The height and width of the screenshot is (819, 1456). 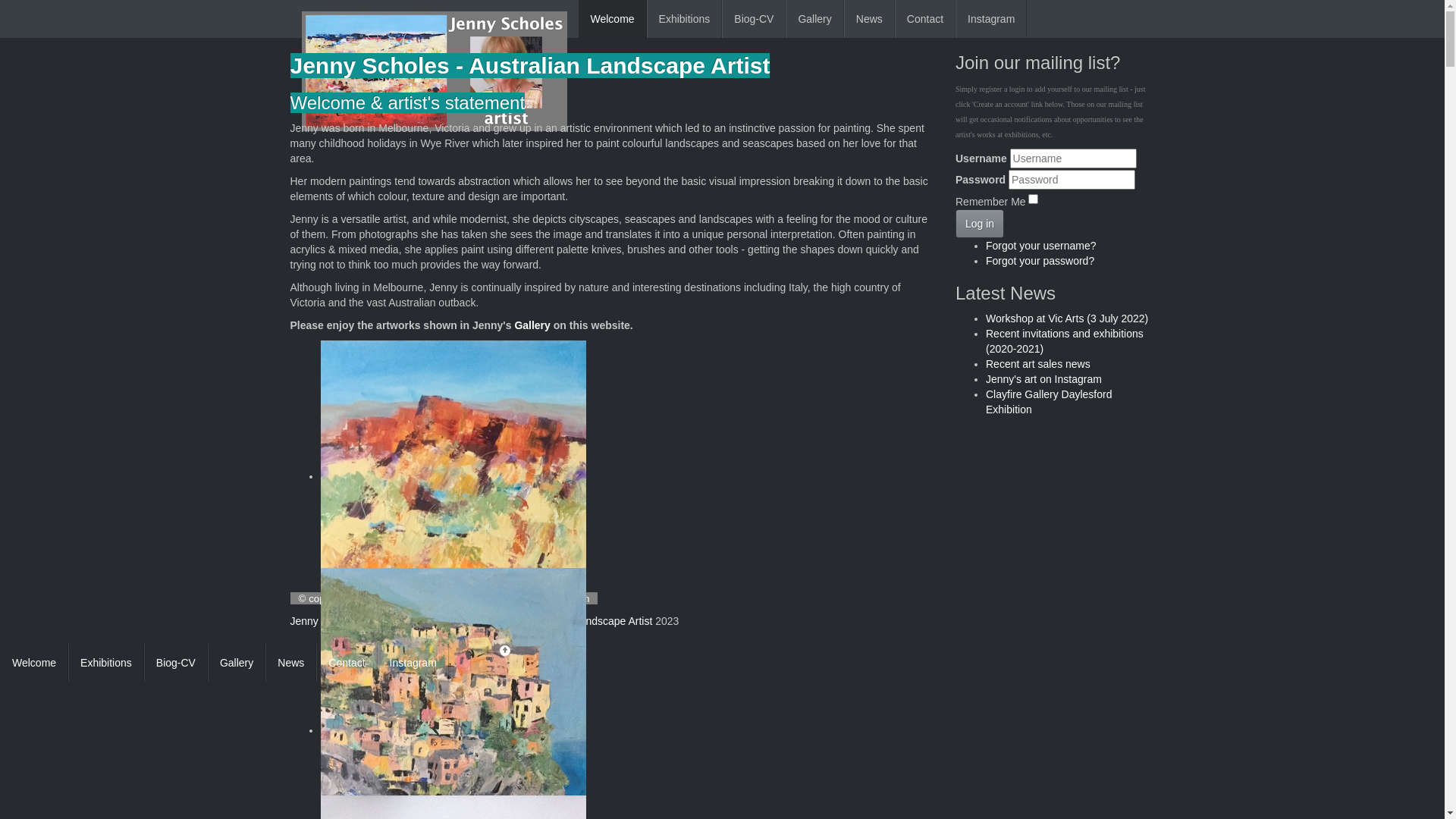 What do you see at coordinates (924, 18) in the screenshot?
I see `'Contact'` at bounding box center [924, 18].